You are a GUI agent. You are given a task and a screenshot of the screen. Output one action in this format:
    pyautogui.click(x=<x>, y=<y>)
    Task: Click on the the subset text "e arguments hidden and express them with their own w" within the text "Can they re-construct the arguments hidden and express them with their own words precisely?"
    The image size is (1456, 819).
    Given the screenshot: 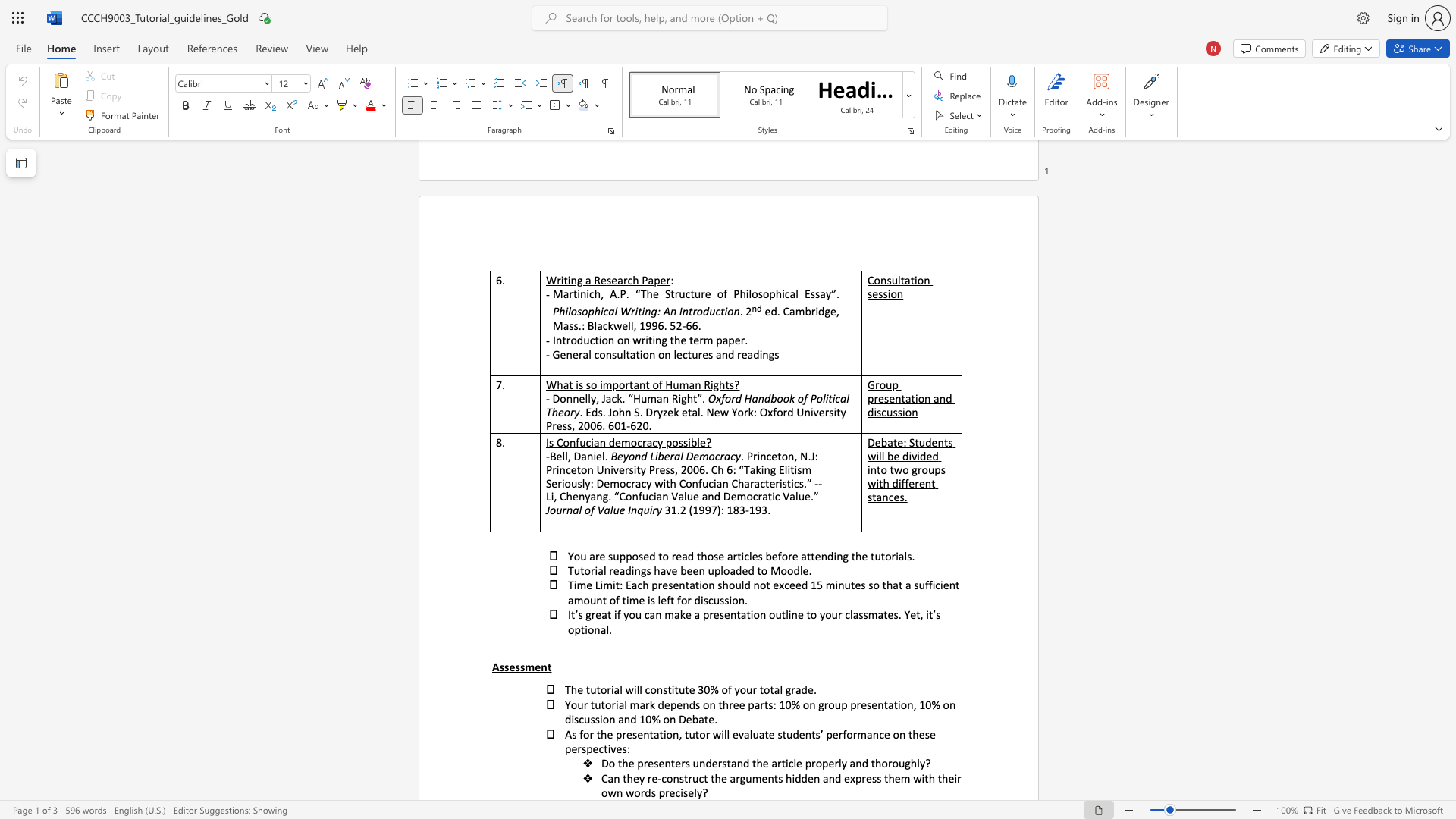 What is the action you would take?
    pyautogui.click(x=720, y=778)
    